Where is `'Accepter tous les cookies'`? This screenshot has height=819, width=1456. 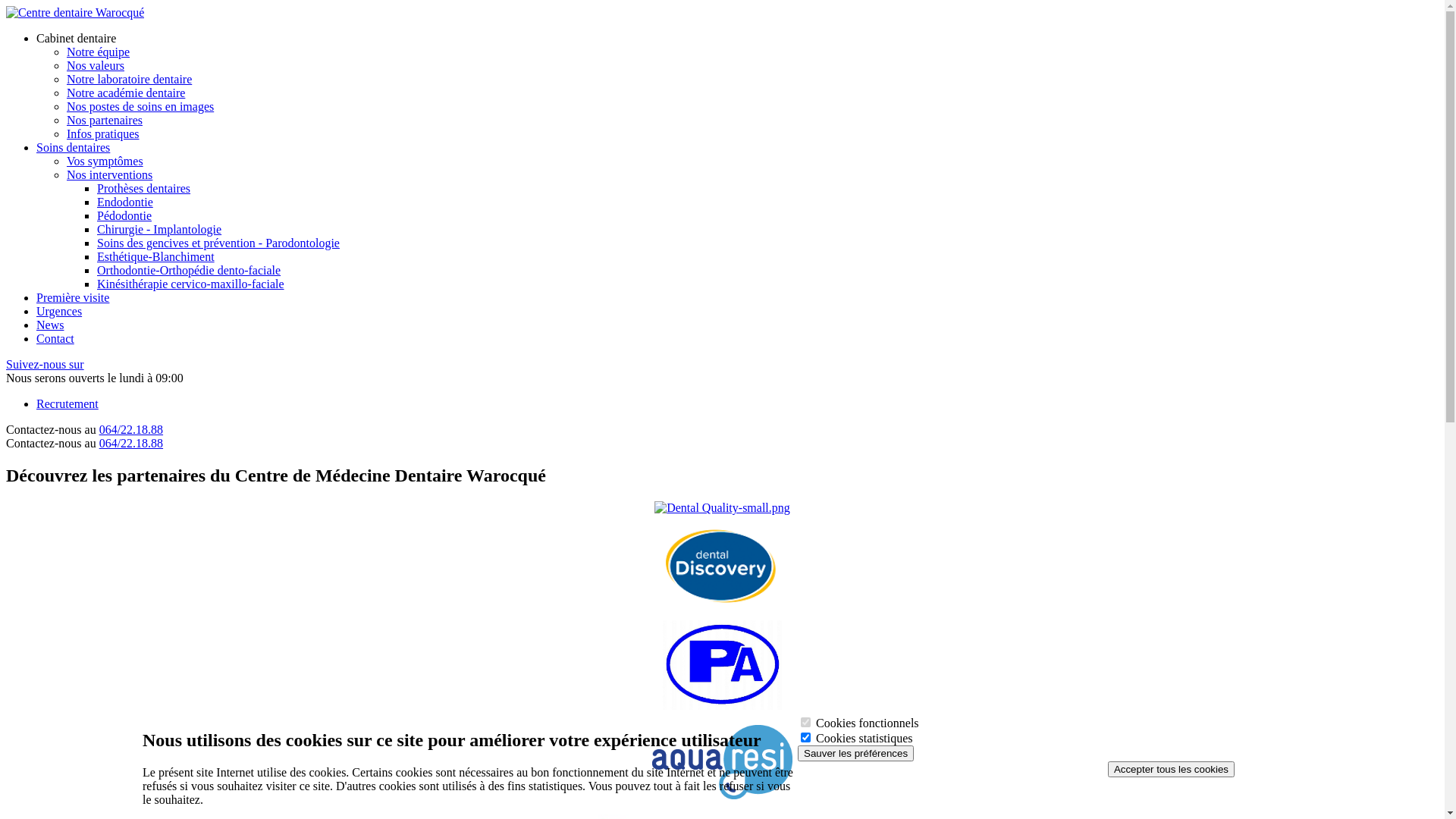 'Accepter tous les cookies' is located at coordinates (1170, 769).